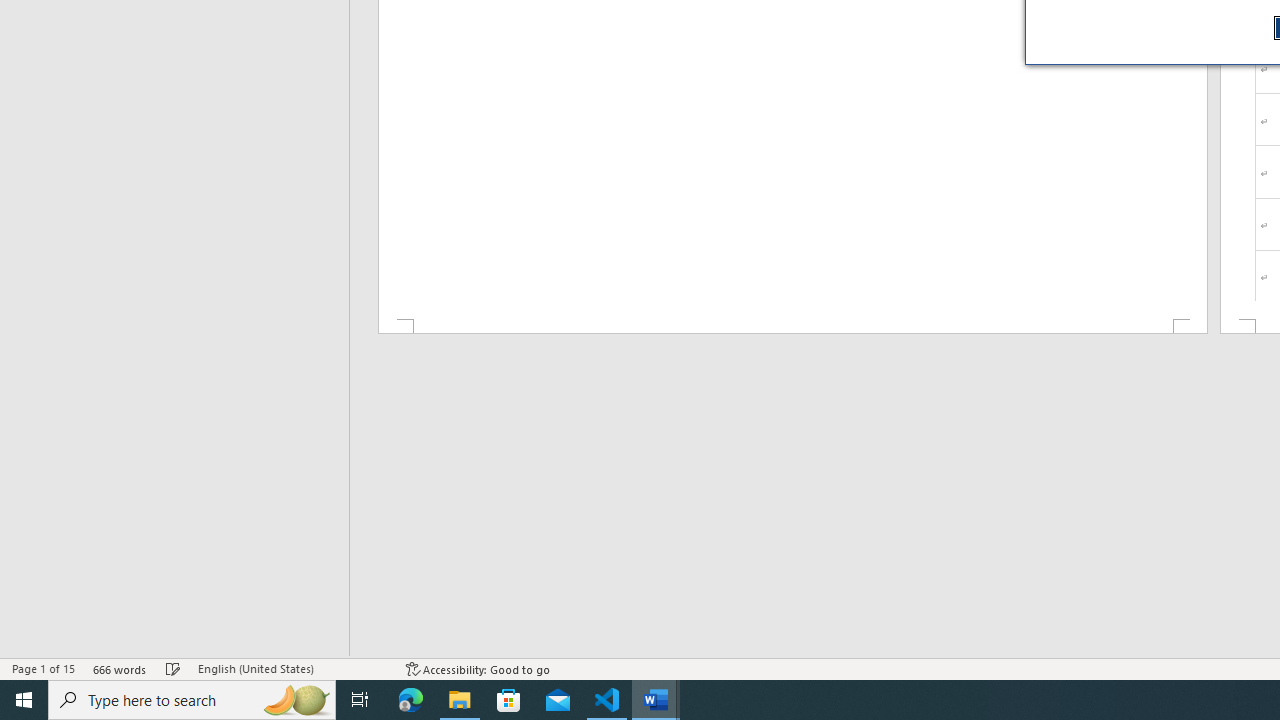  Describe the element at coordinates (291, 669) in the screenshot. I see `'Language English (United States)'` at that location.